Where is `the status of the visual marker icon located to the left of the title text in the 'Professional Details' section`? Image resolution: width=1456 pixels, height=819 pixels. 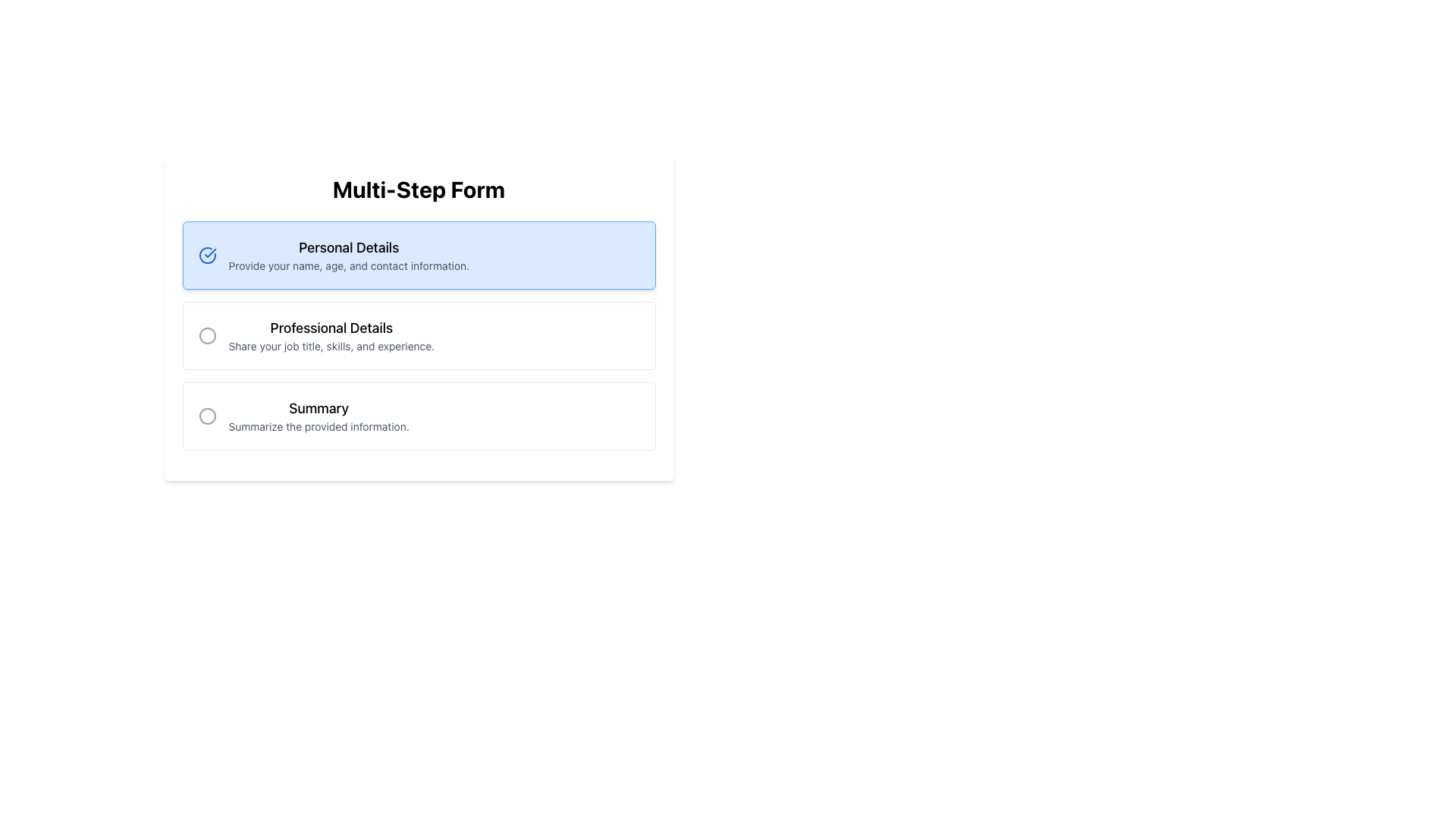 the status of the visual marker icon located to the left of the title text in the 'Professional Details' section is located at coordinates (206, 335).